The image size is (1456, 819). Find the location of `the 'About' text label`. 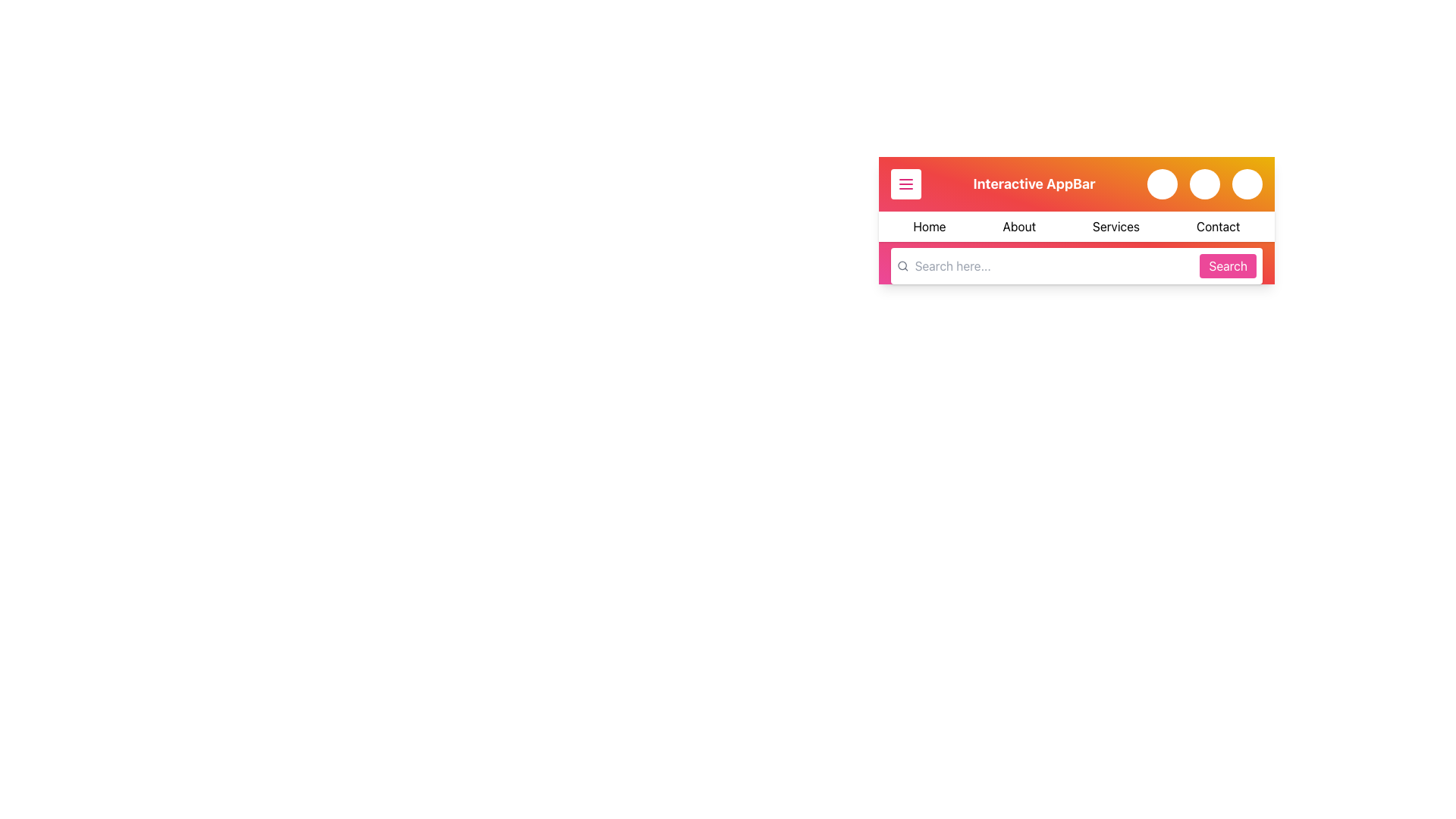

the 'About' text label is located at coordinates (1019, 227).